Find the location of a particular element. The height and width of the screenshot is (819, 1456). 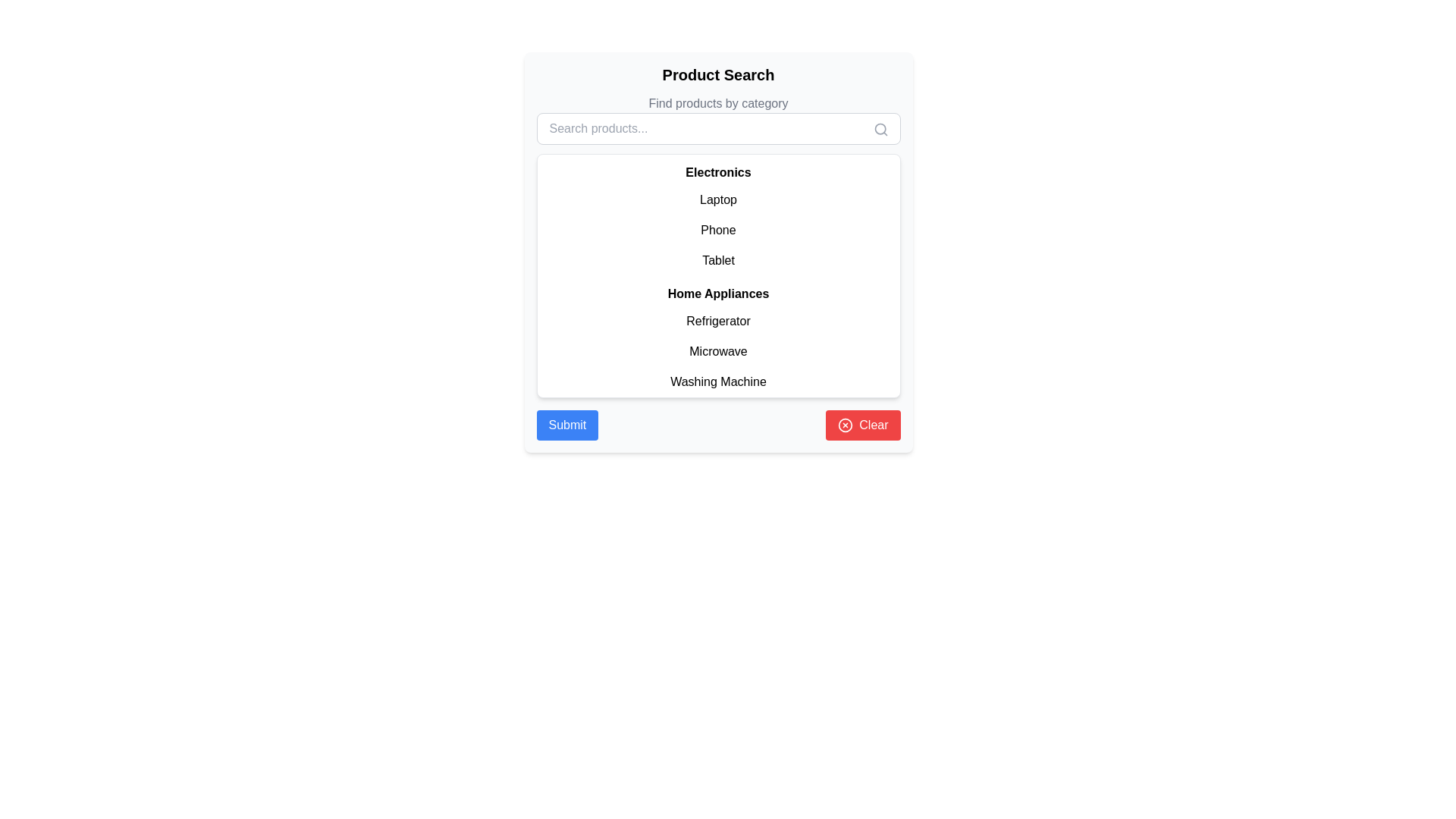

the circular element within the SVG icon located near the top right corner of the application interface, adjacent to the 'Clear' button is located at coordinates (845, 425).